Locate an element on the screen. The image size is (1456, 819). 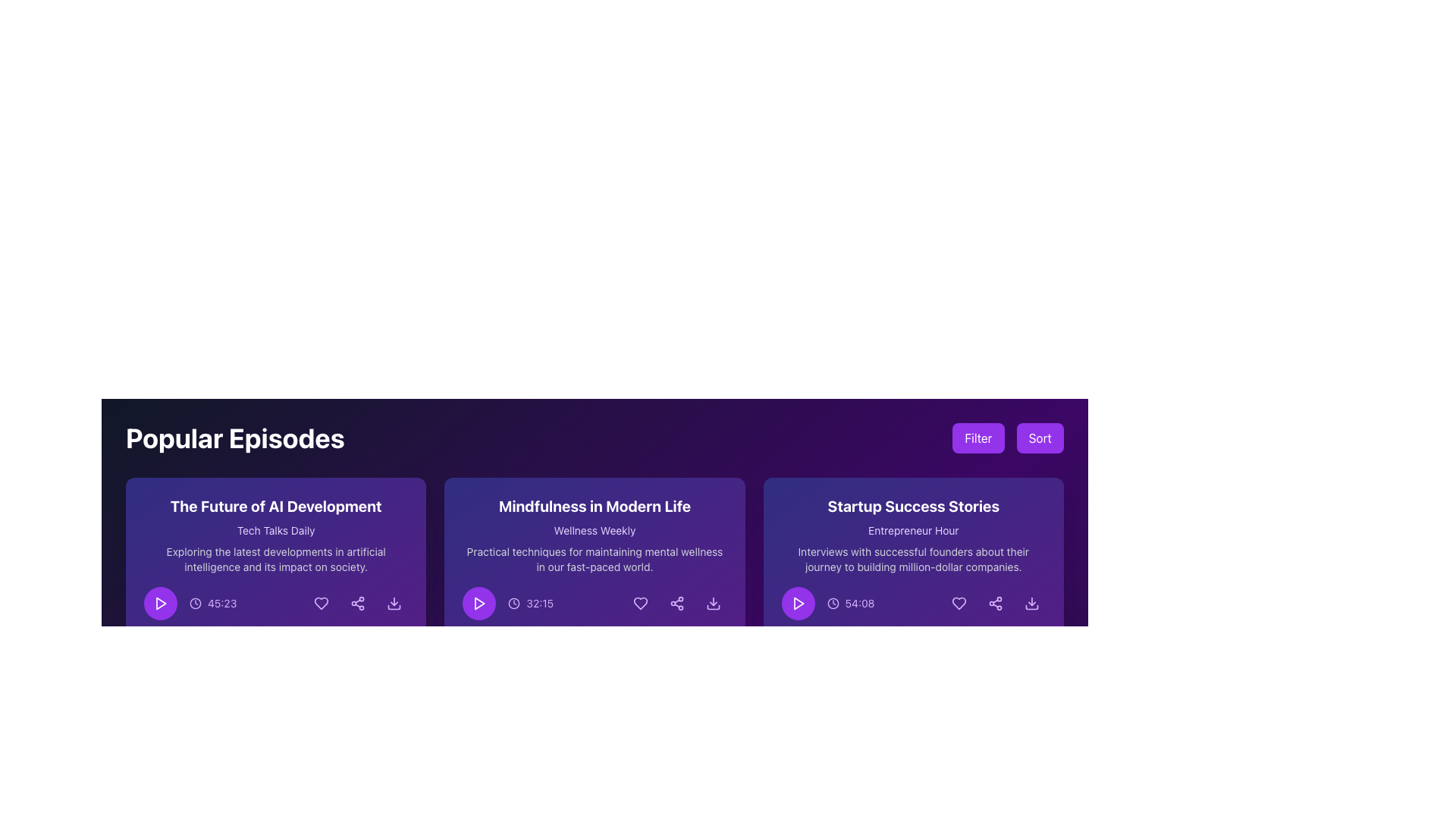
the Label/Text with Icon displaying the duration of the episode located in the bottom left of the first card under the 'Popular Episodes' section, immediately to the right of the play button is located at coordinates (190, 602).